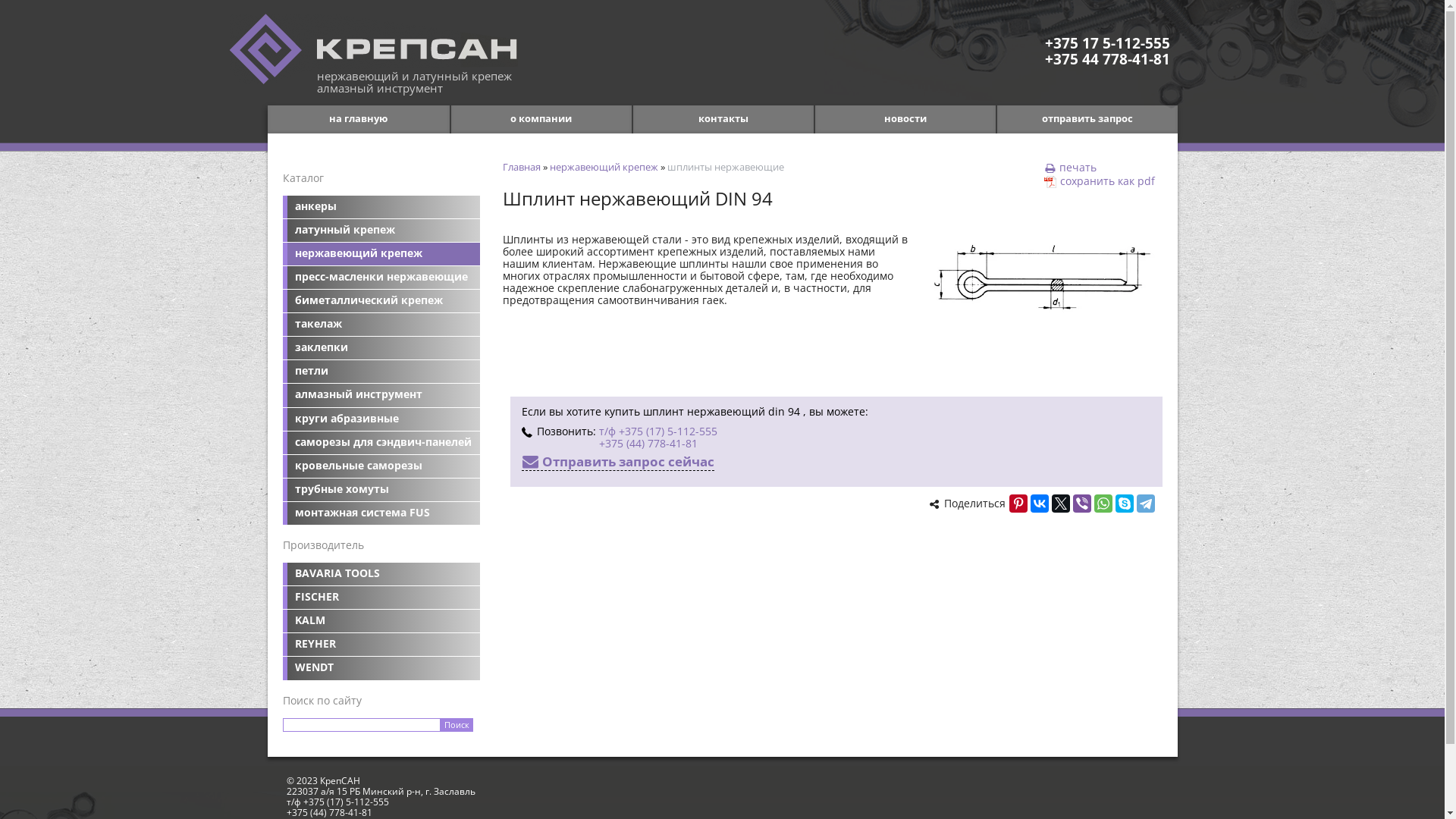  Describe the element at coordinates (381, 573) in the screenshot. I see `'BAVARIA TOOLS'` at that location.